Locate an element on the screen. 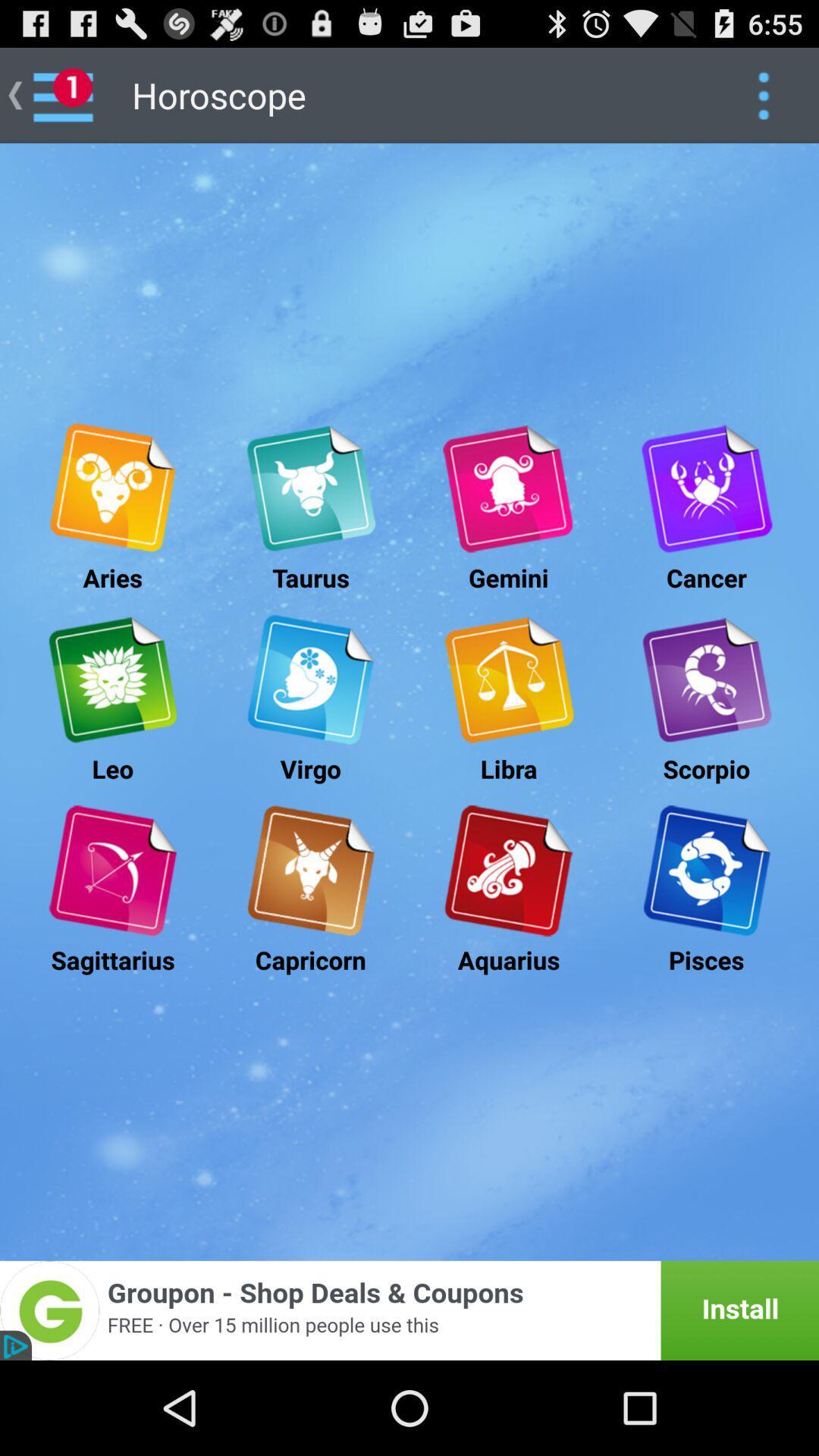  numerlogy sympols to kumbapam rasi is located at coordinates (508, 871).